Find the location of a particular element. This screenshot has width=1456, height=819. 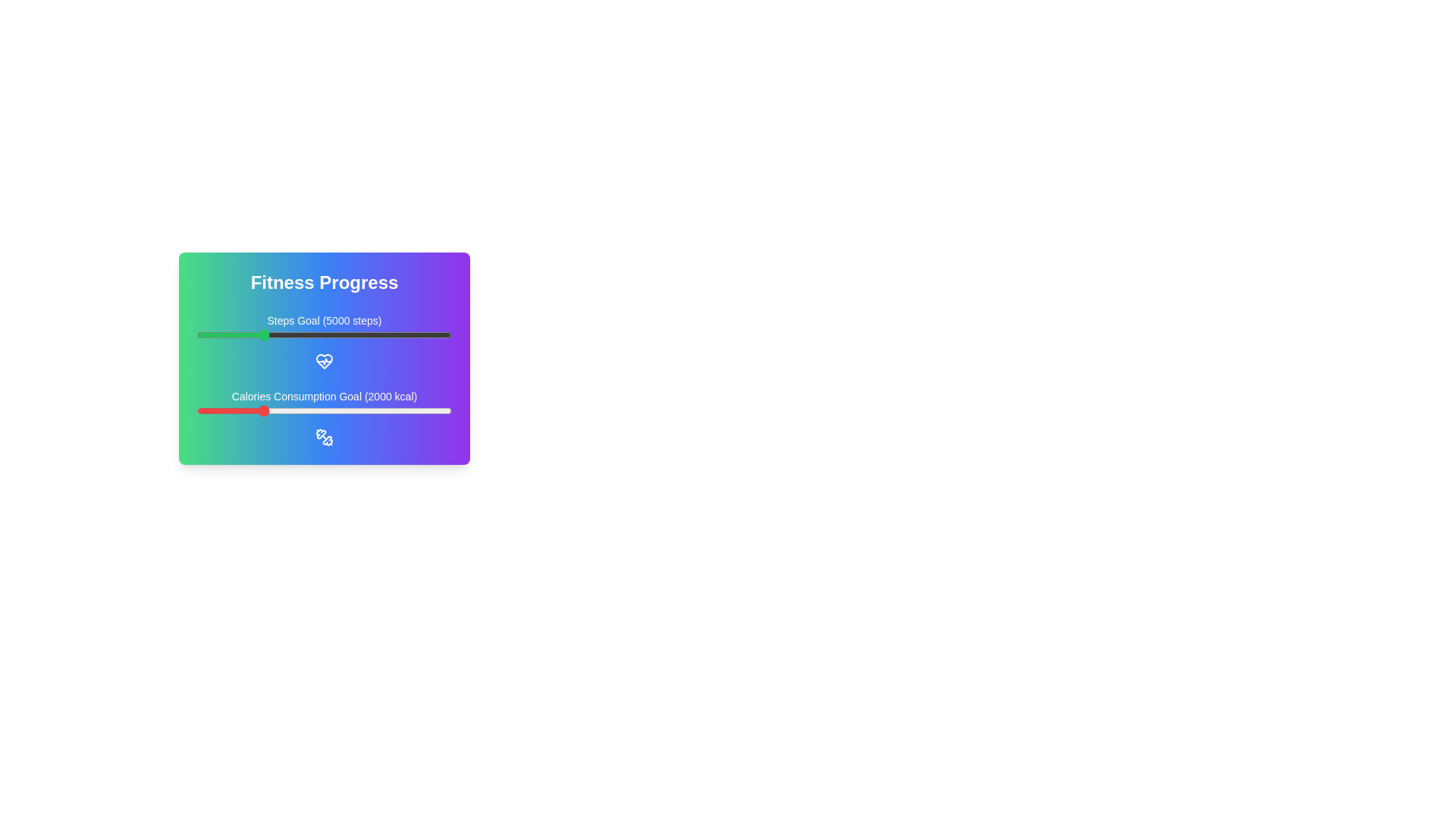

the white heart icon with a pulse line centered in a blue circular background, which is located between the 'Steps Goal (5000 steps)' slider above and the 'Calories Consumption Goal (2000 kcal)' slider below is located at coordinates (323, 362).